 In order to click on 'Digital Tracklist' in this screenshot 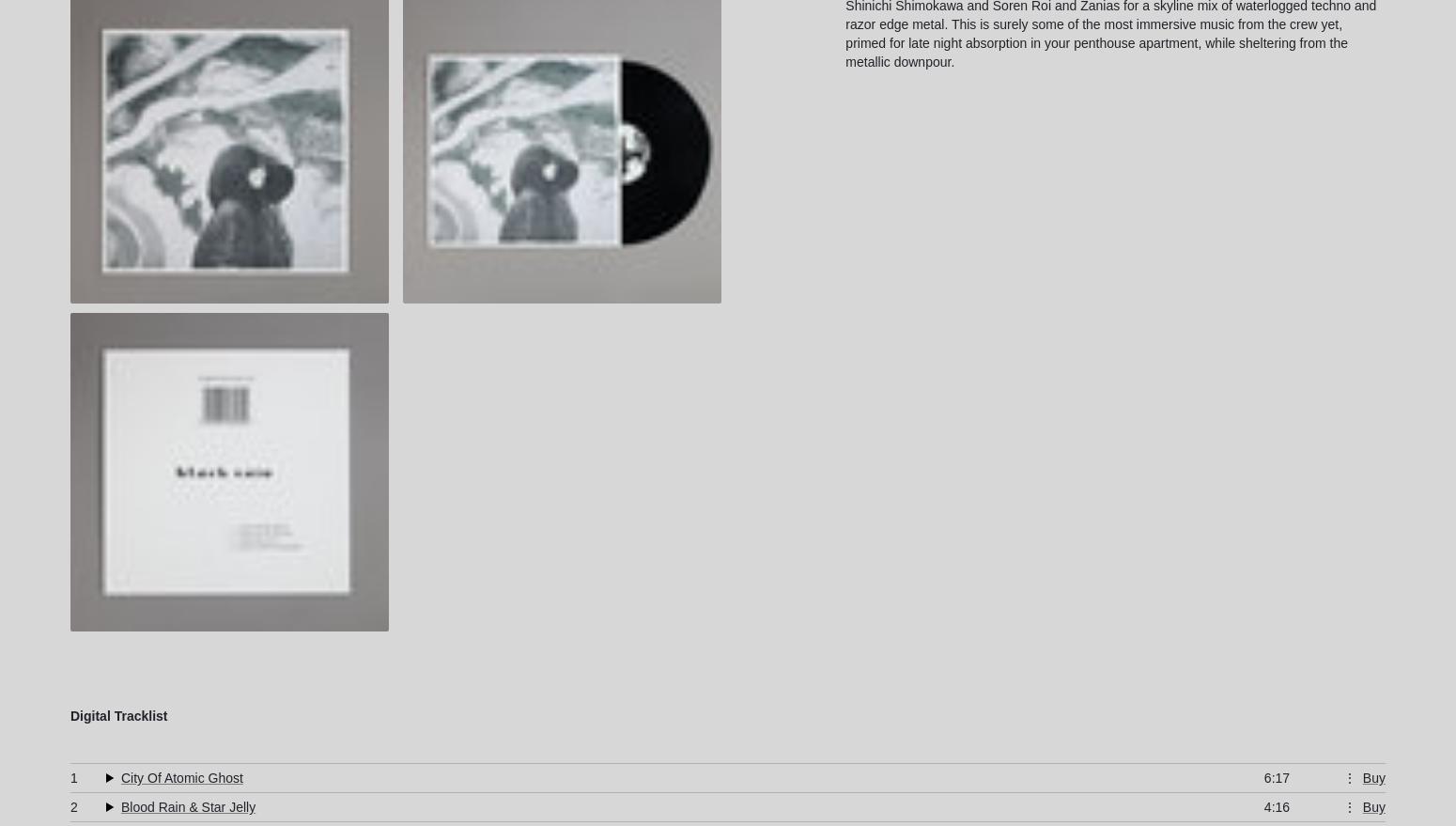, I will do `click(118, 716)`.